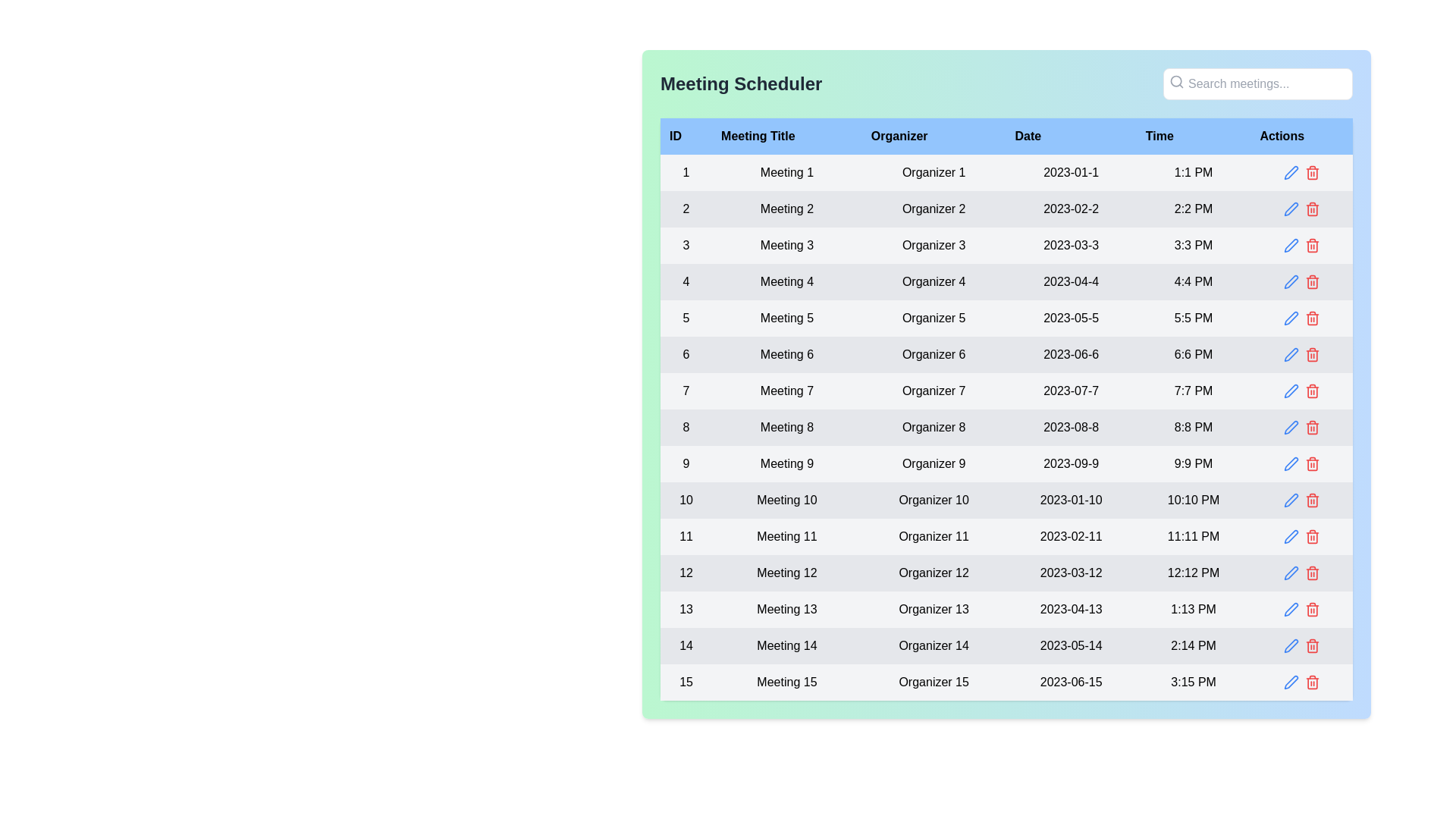 This screenshot has width=1456, height=819. I want to click on the edit button in the 'Actions' column for 'Meeting 11', so click(1290, 536).